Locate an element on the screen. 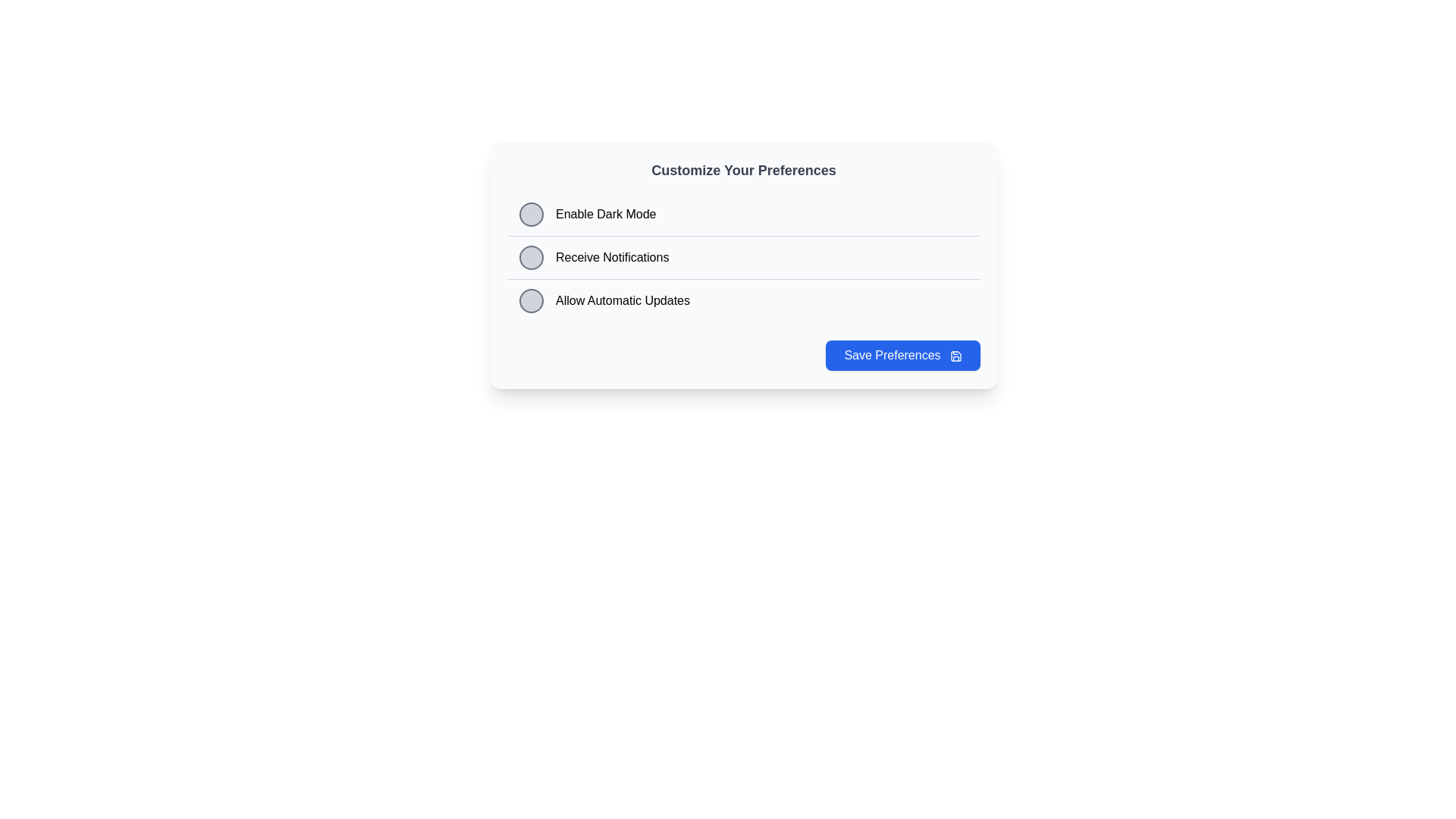  the 'Allow Automatic Updates' selectable list item with a circular toggle indicator is located at coordinates (743, 300).